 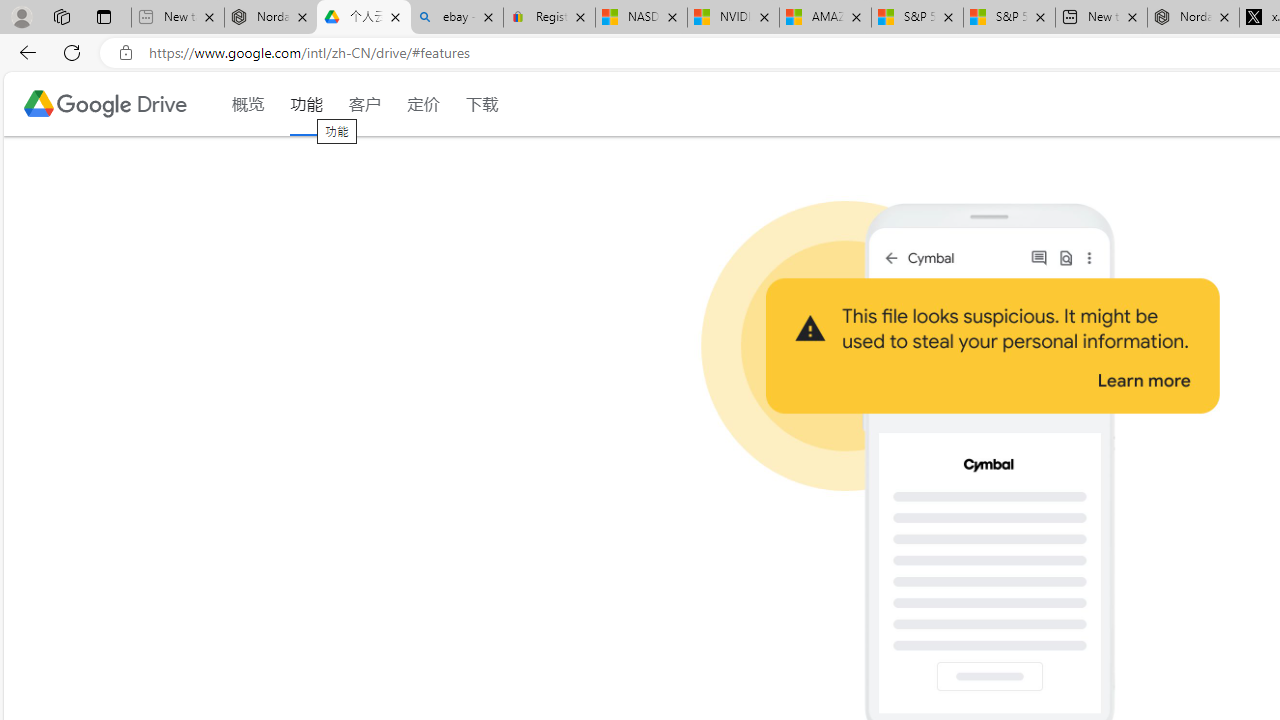 I want to click on 'S&P 500, Nasdaq end lower, weighed by Nvidia dip | Watch', so click(x=1009, y=17).